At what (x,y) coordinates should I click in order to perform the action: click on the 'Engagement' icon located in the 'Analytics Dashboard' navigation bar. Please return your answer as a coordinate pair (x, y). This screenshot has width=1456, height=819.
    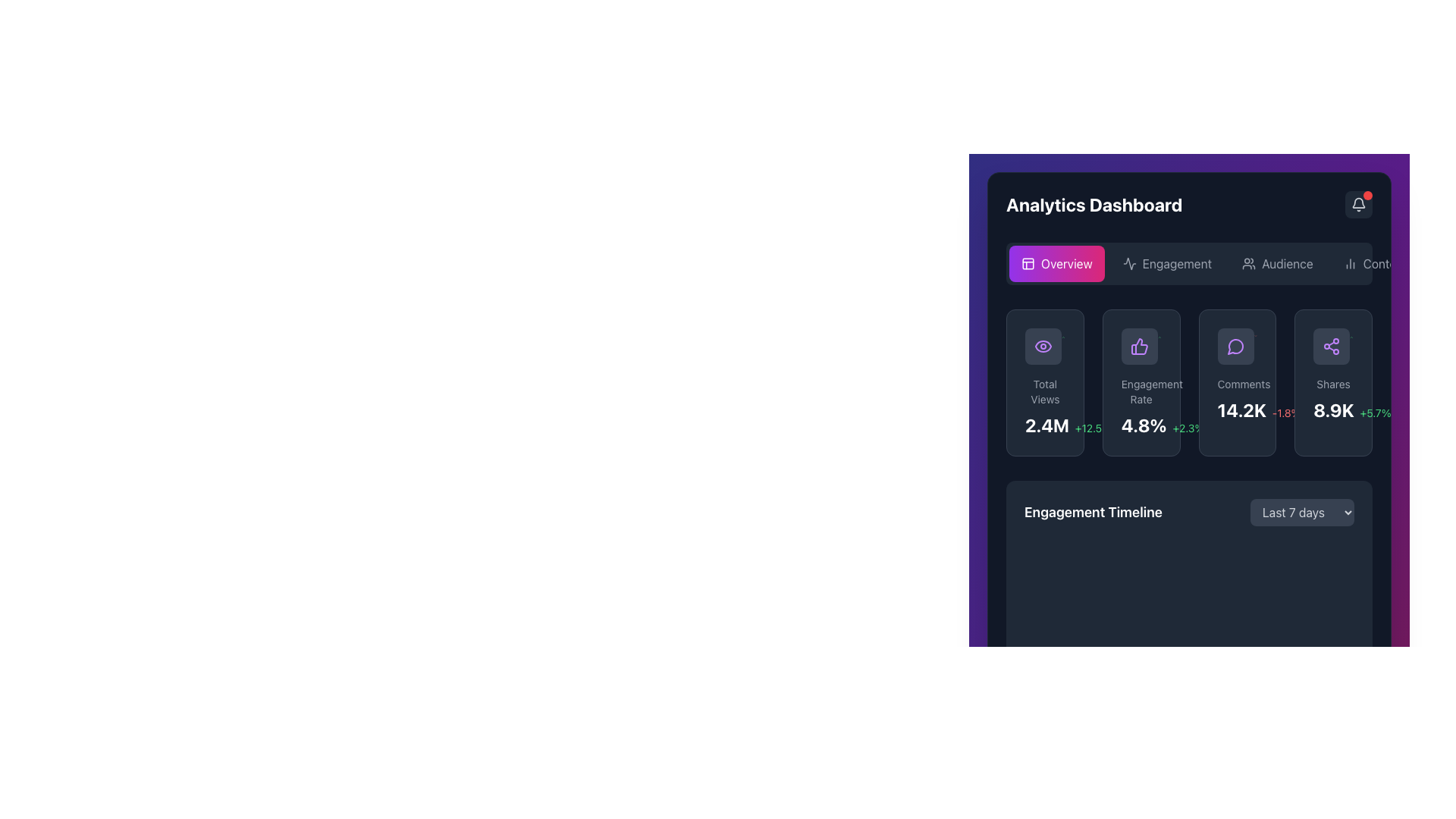
    Looking at the image, I should click on (1129, 262).